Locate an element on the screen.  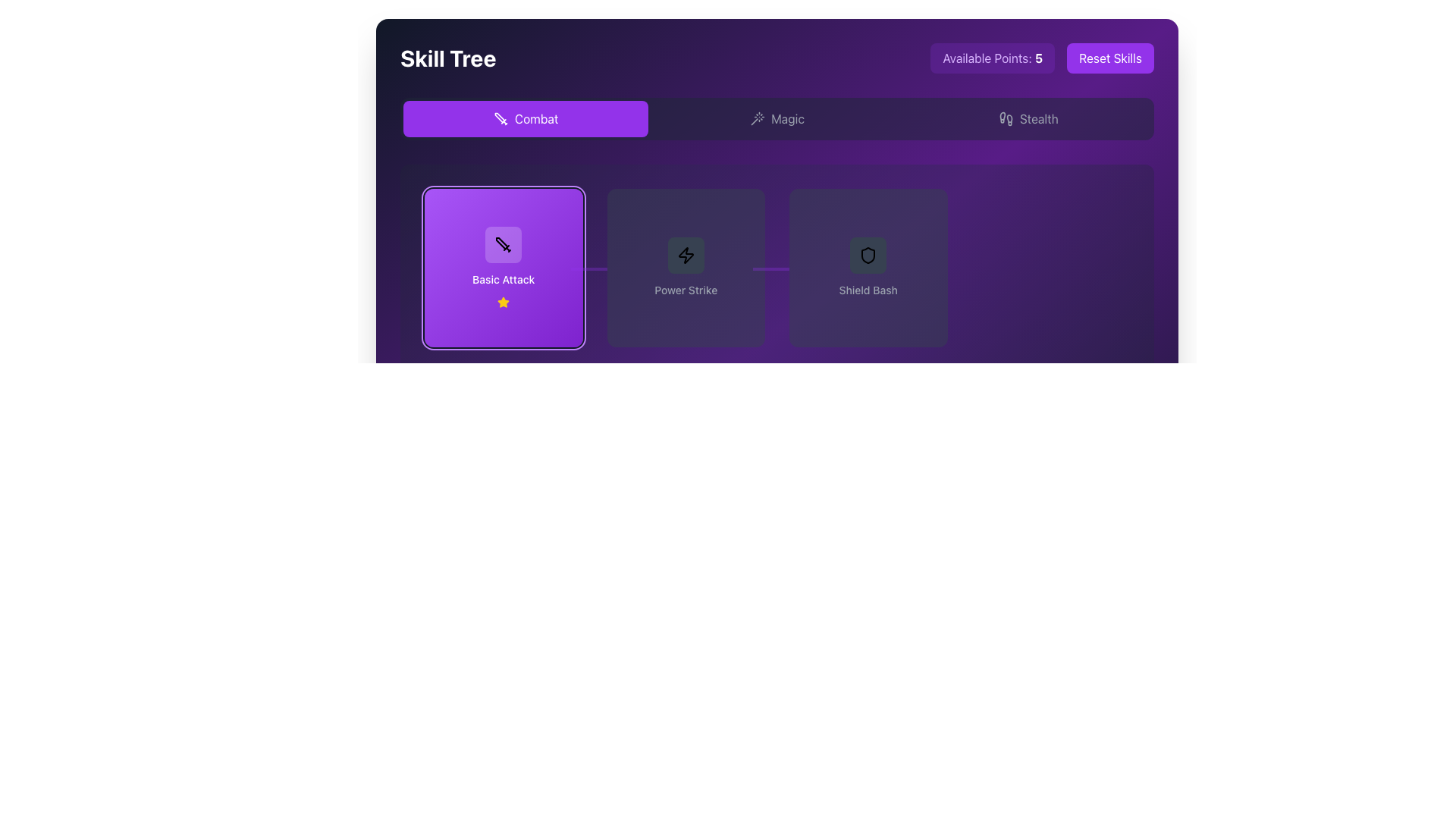
the static text label displaying 'Available Points:' in a light purple font color, located in the top-right corner of the skill tree interface is located at coordinates (989, 58).